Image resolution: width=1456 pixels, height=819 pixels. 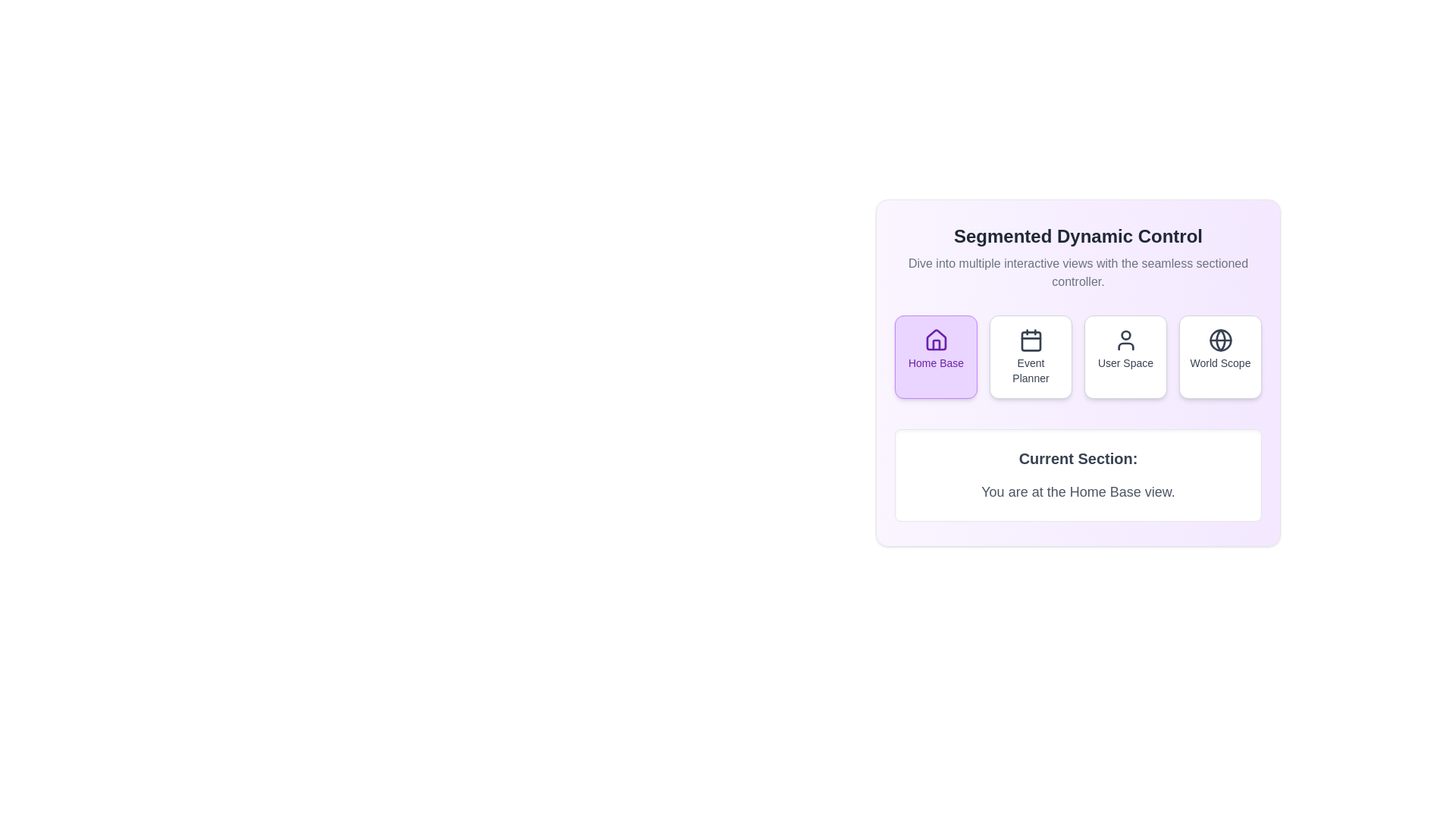 What do you see at coordinates (1220, 356) in the screenshot?
I see `the fourth button in the 'Segmented Dynamic Control' section, which redirects to the 'World Scope' section` at bounding box center [1220, 356].